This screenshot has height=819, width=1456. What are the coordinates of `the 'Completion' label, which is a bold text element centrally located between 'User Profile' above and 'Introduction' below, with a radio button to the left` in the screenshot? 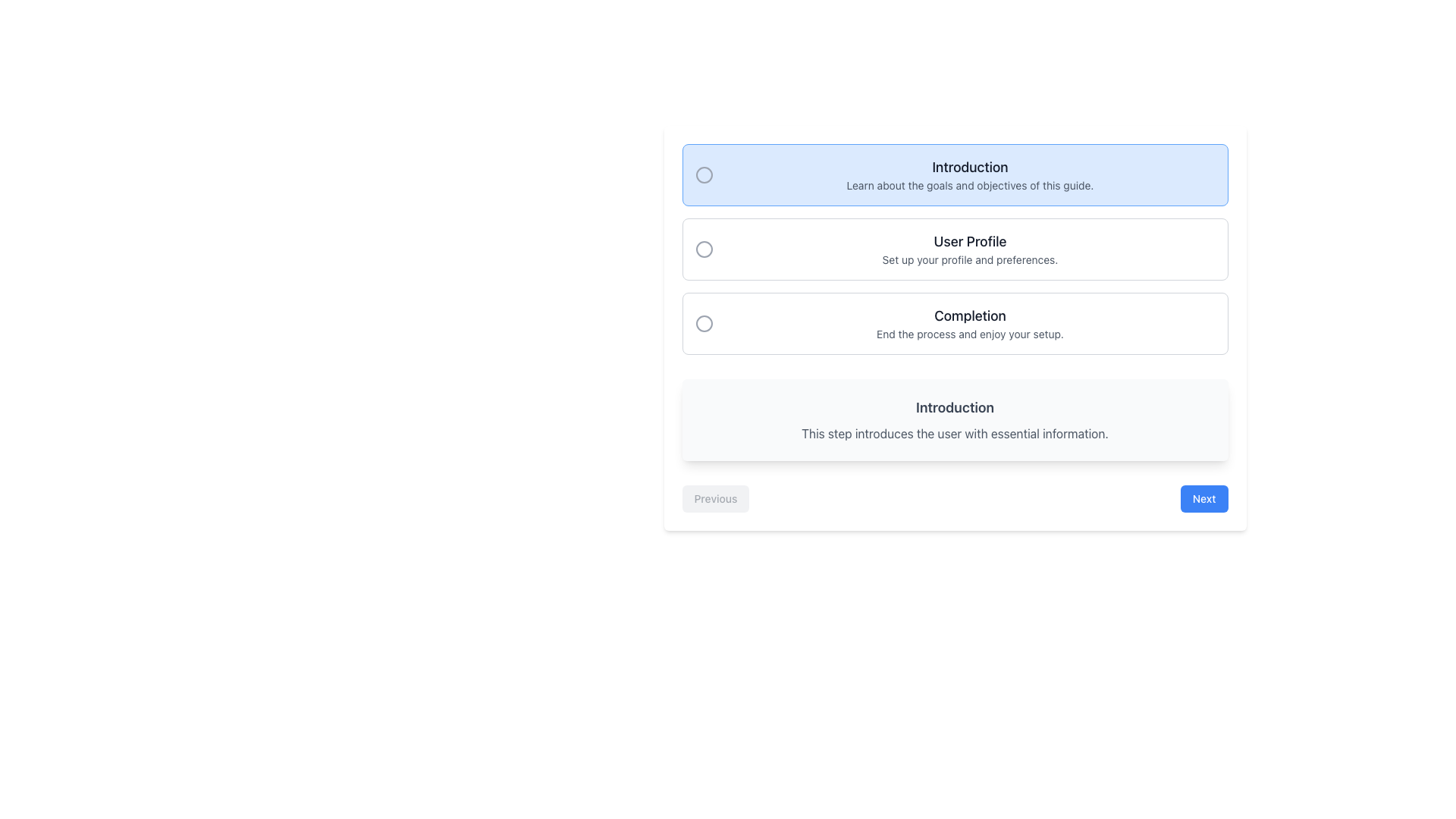 It's located at (969, 315).